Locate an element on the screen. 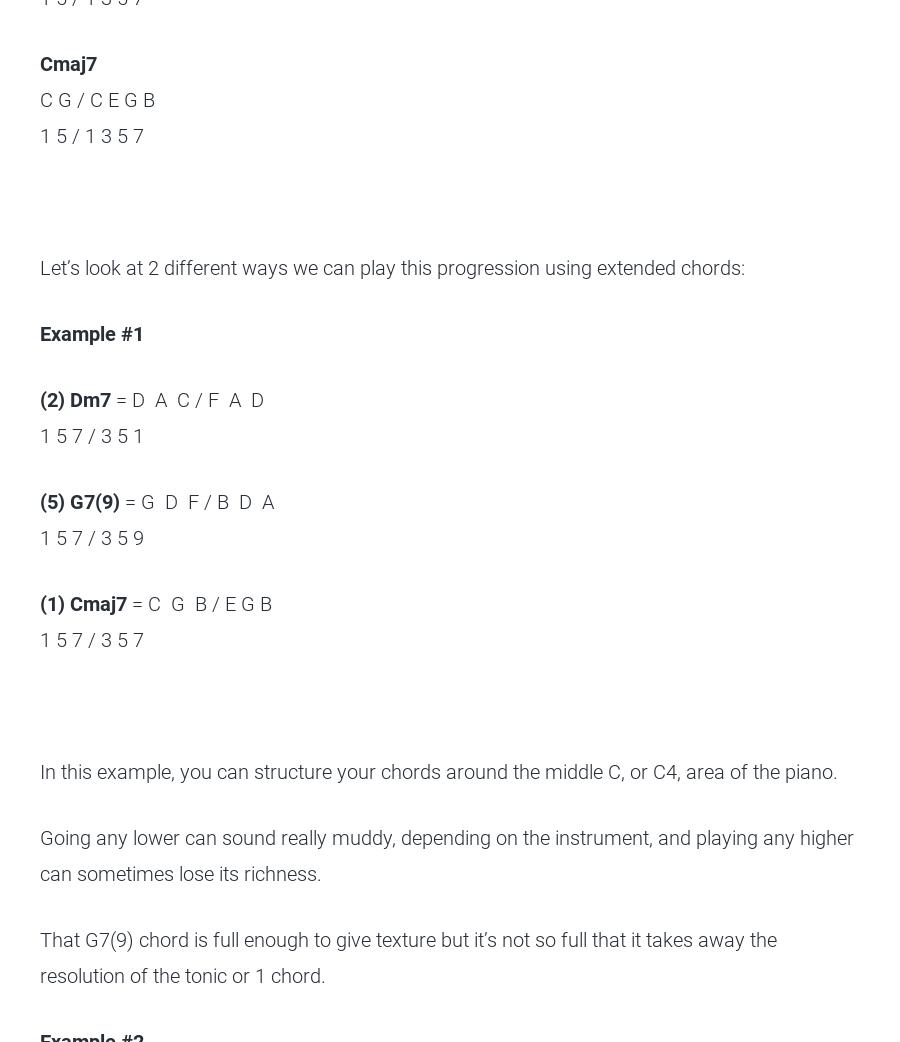  'Cmaj7' is located at coordinates (67, 62).